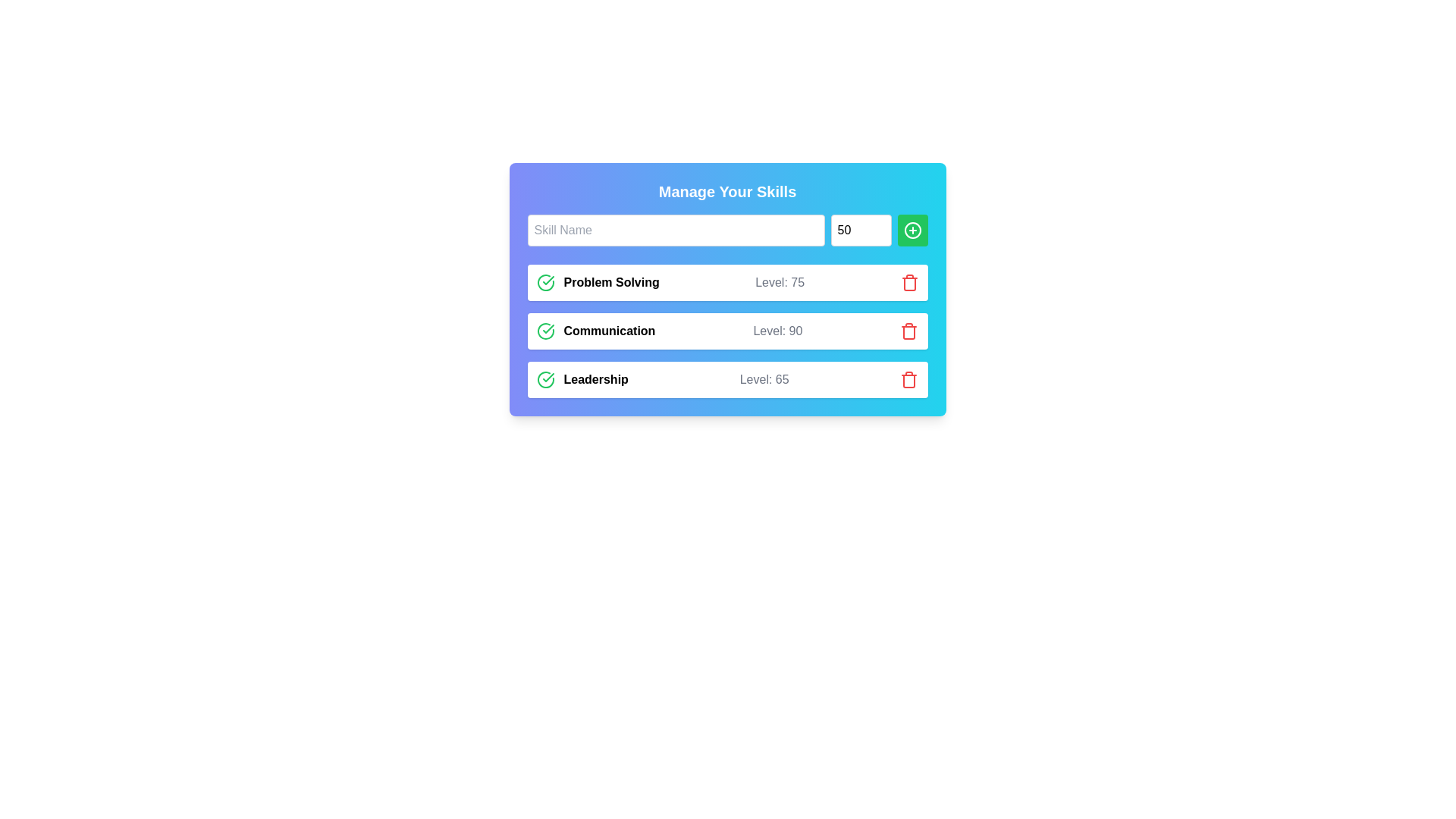  I want to click on the trash-can icon button, so click(909, 330).